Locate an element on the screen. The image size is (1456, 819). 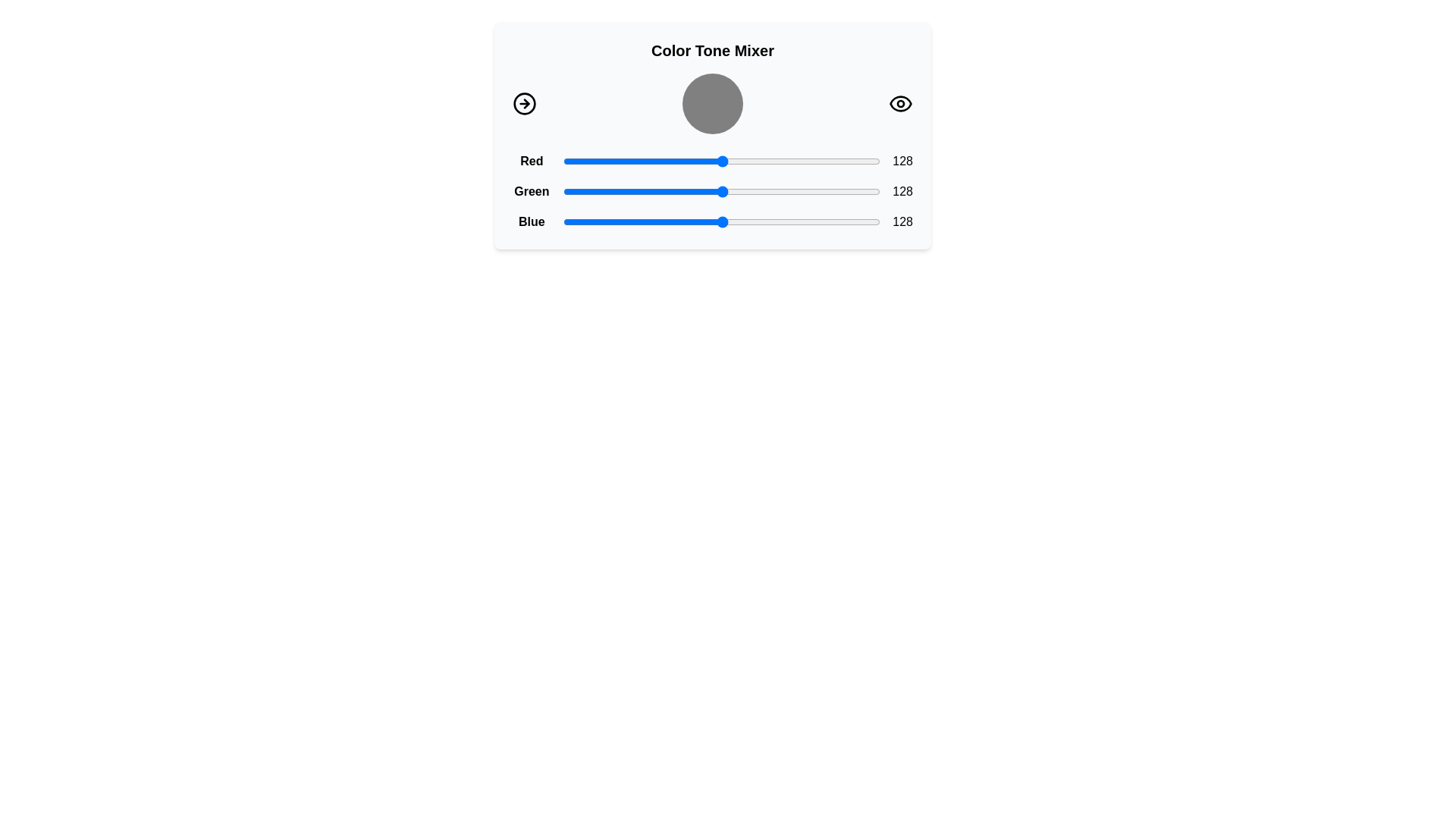
the red component is located at coordinates (614, 161).